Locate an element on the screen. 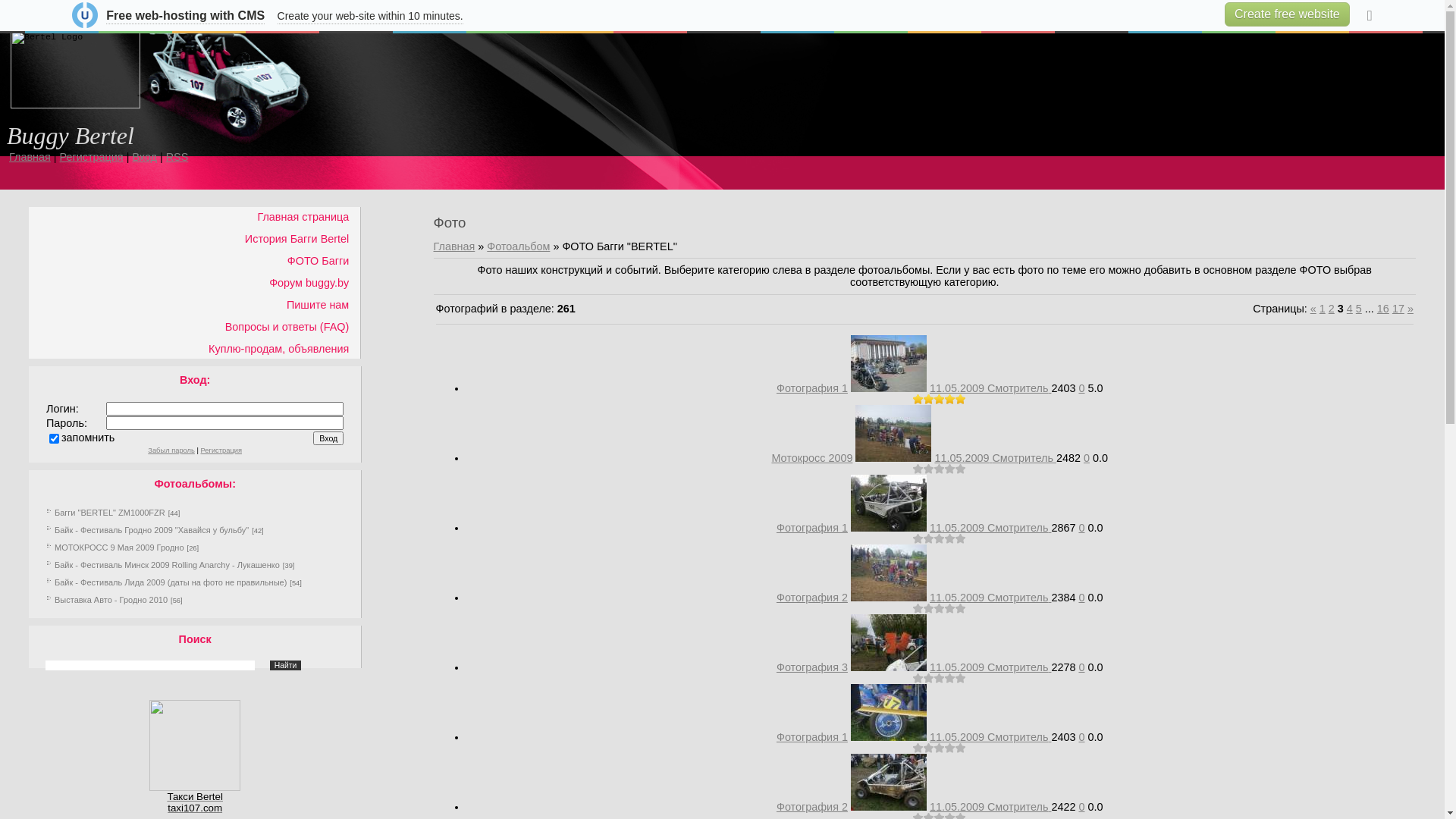  'RSS' is located at coordinates (166, 157).